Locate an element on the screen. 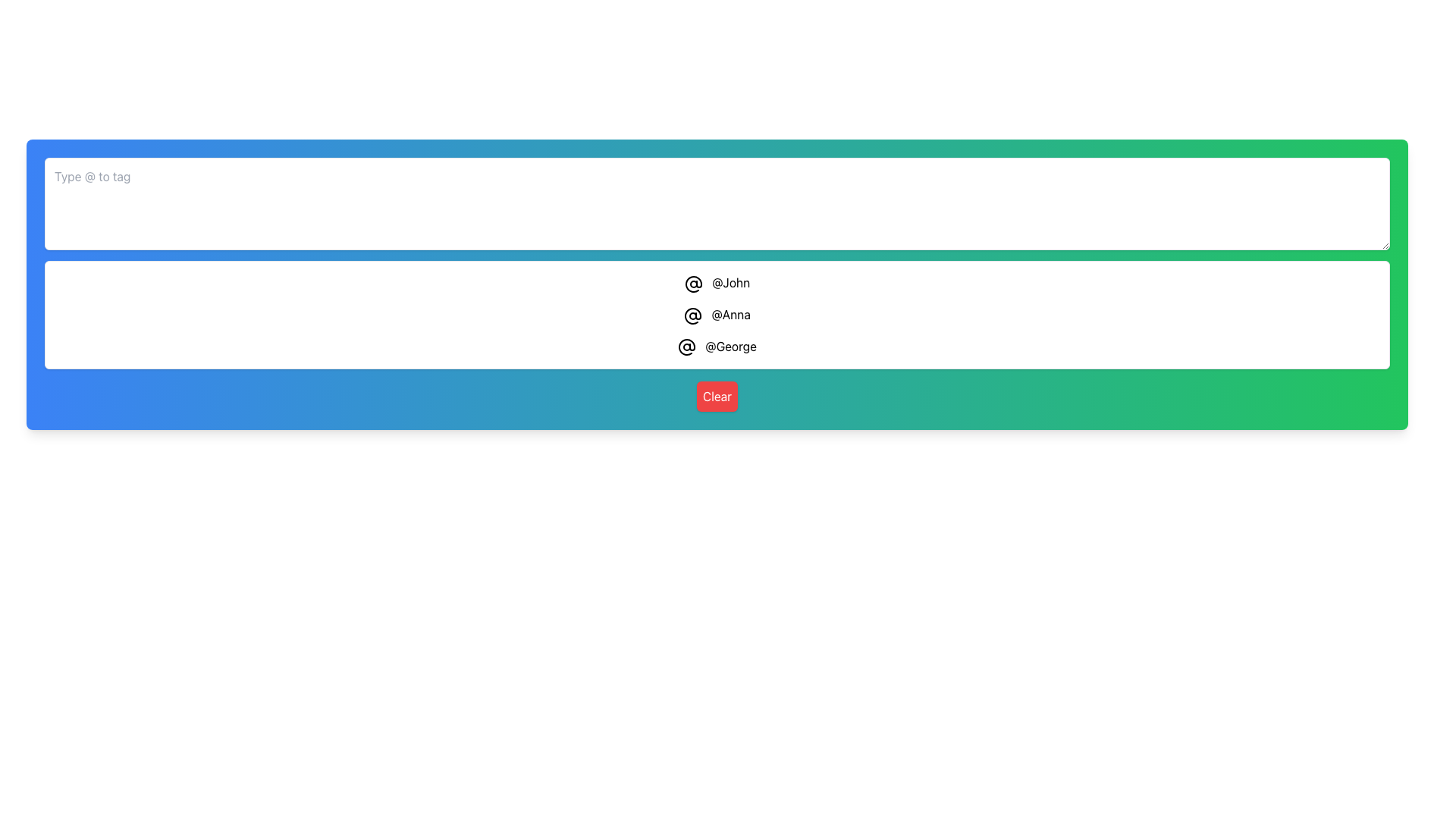 This screenshot has height=819, width=1456. the clickable username display '@George' which is the third item in the list of usernames is located at coordinates (716, 346).